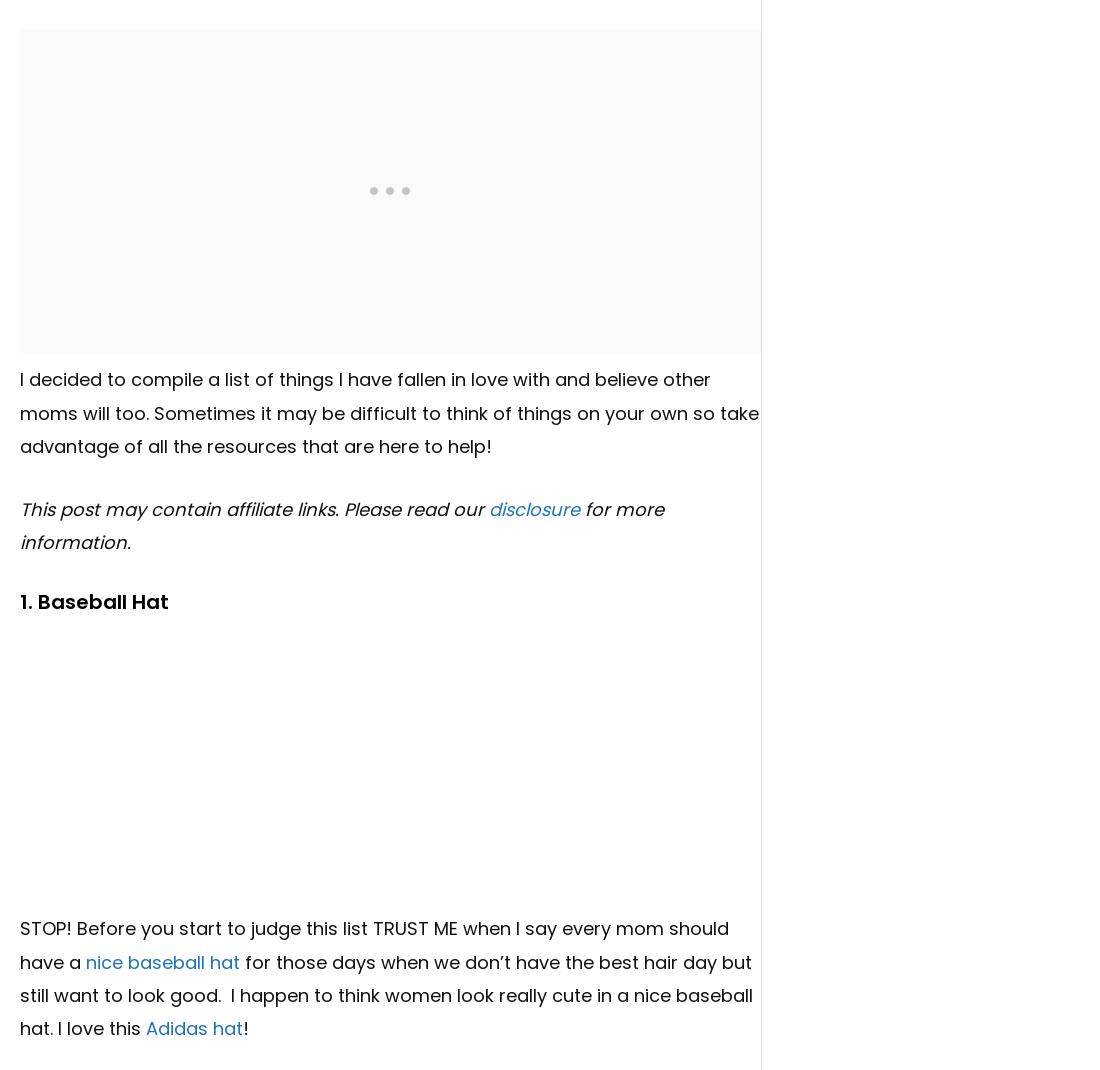 The height and width of the screenshot is (1070, 1100). I want to click on '1. Baseball Hat', so click(94, 600).